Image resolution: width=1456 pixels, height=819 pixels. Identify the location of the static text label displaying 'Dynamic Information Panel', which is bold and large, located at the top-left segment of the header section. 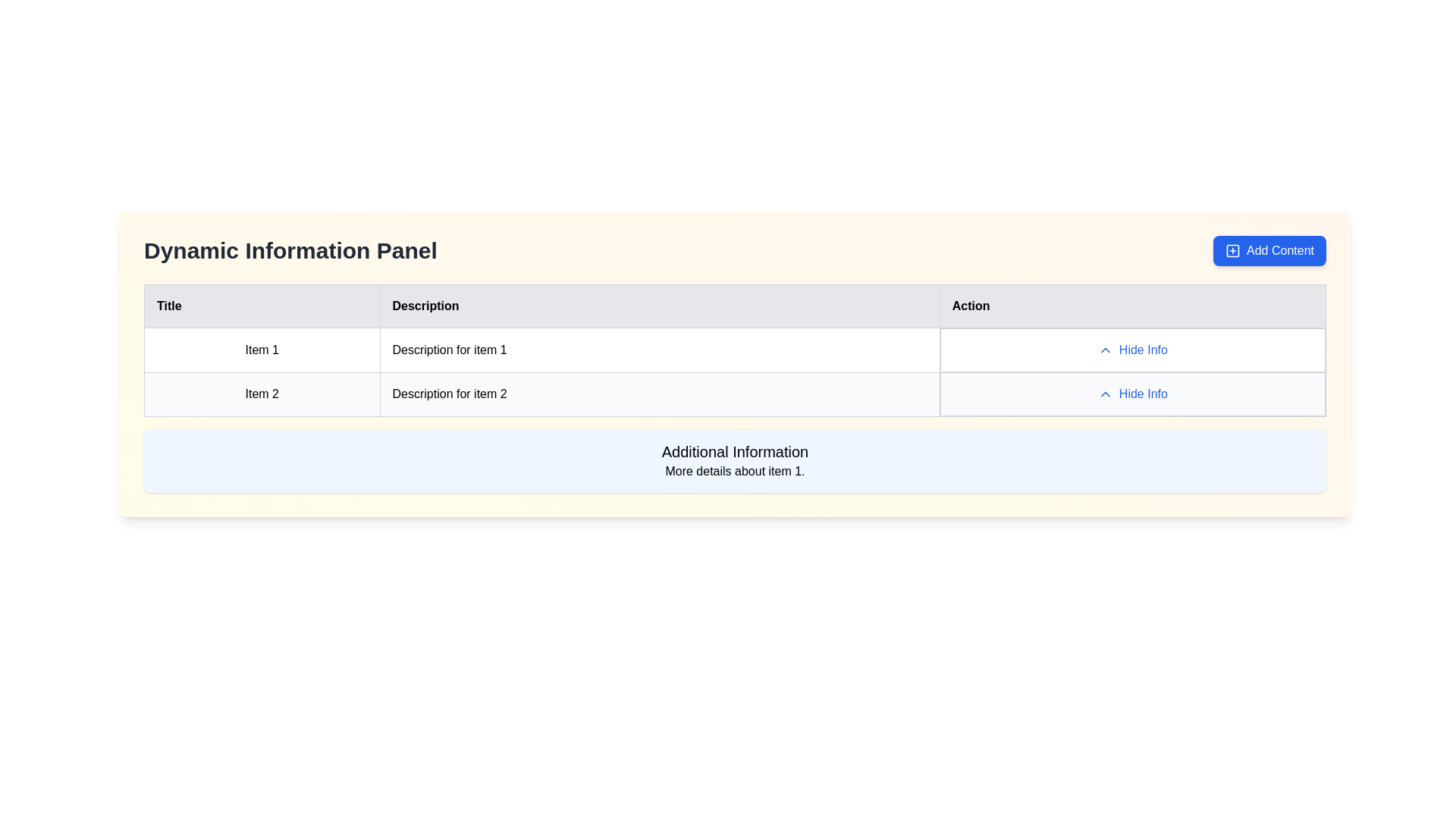
(290, 250).